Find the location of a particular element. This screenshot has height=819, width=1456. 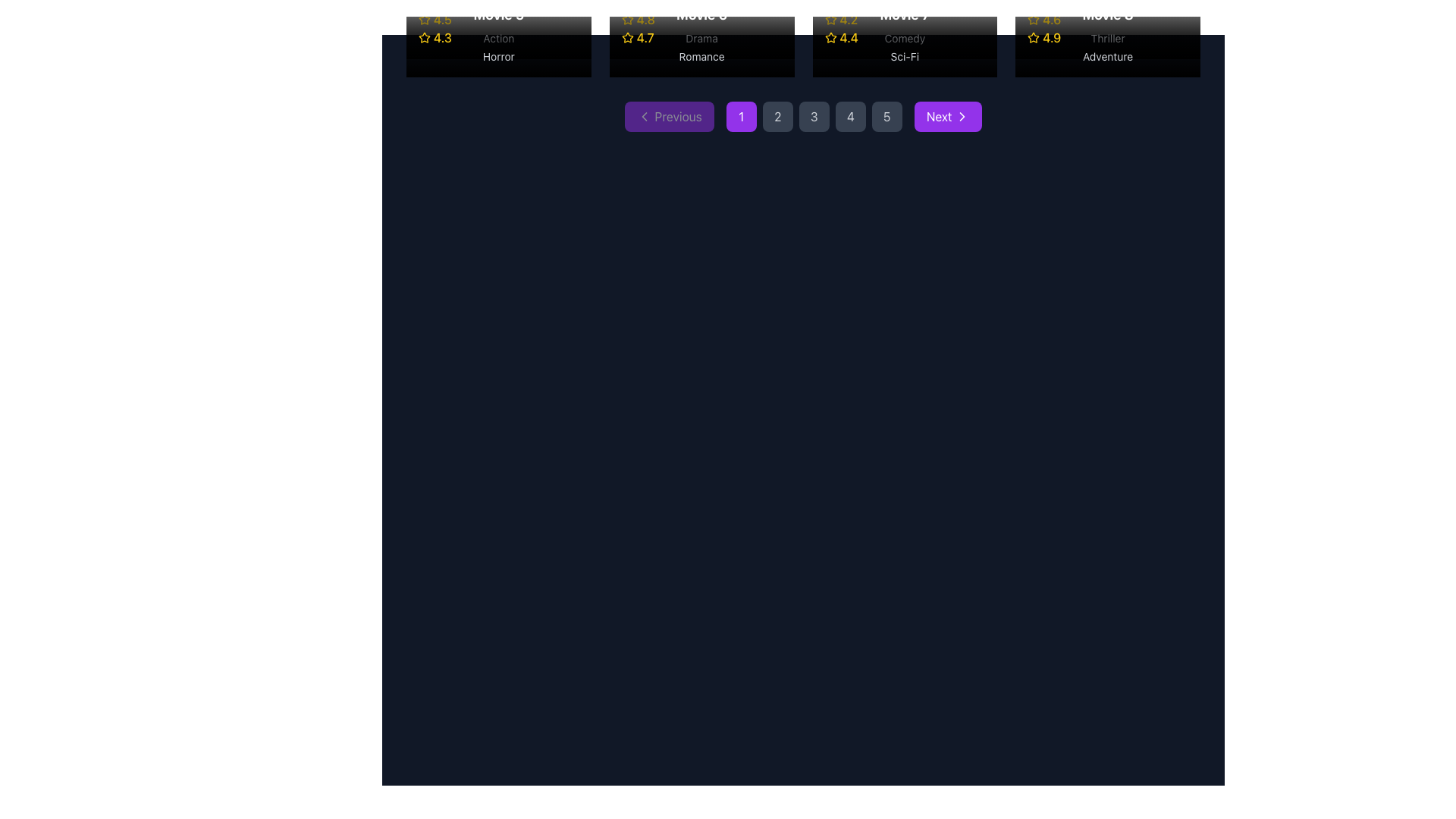

the third pagination button labeled '3' is located at coordinates (802, 116).